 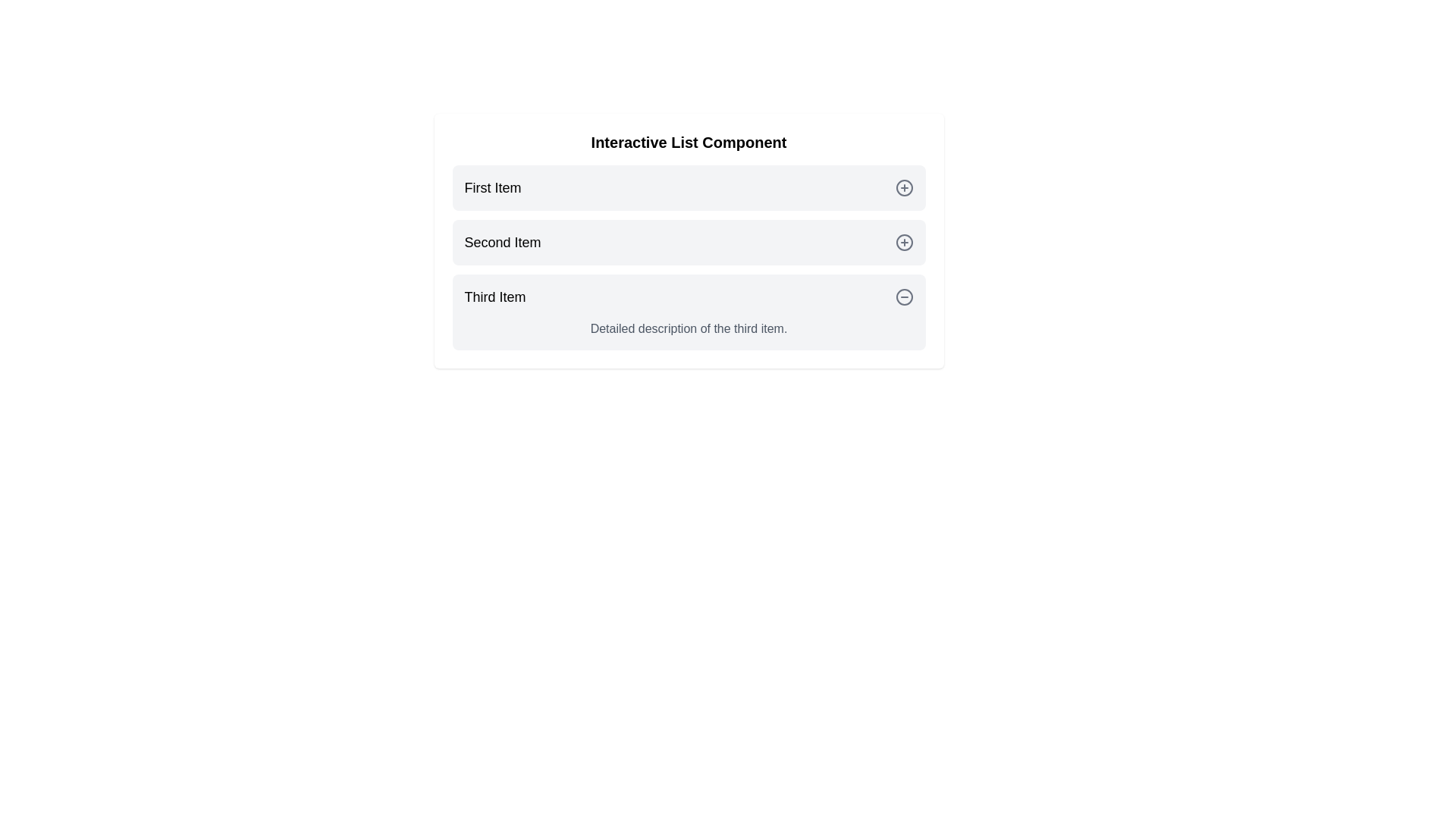 I want to click on the heading 'Interactive List Component' to interact with it, so click(x=688, y=143).